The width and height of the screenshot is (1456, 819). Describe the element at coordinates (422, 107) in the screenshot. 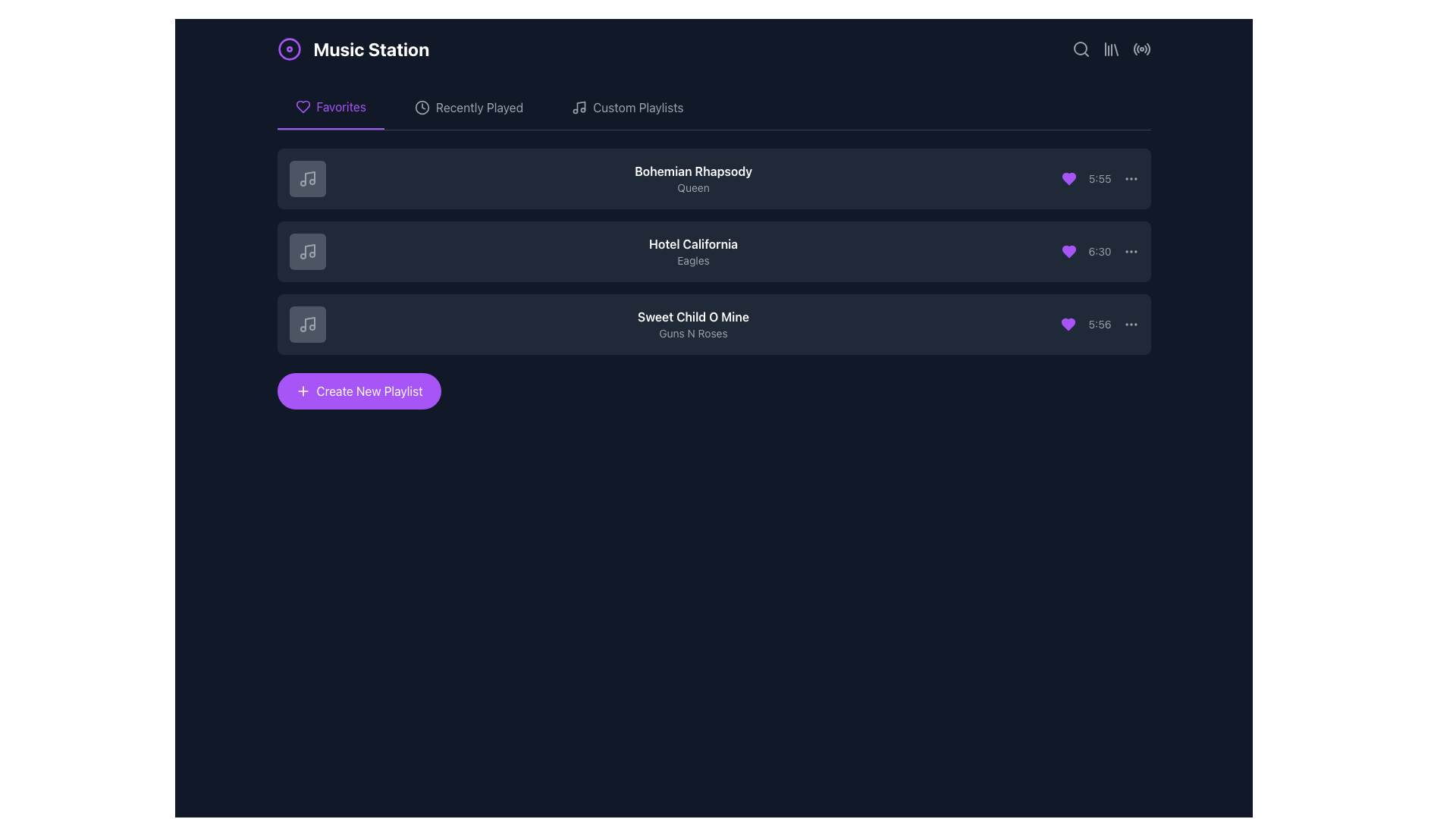

I see `the 'Recently Played' icon located in the header navigation bar, positioned immediately to the left of the 'Recently Played' text label` at that location.